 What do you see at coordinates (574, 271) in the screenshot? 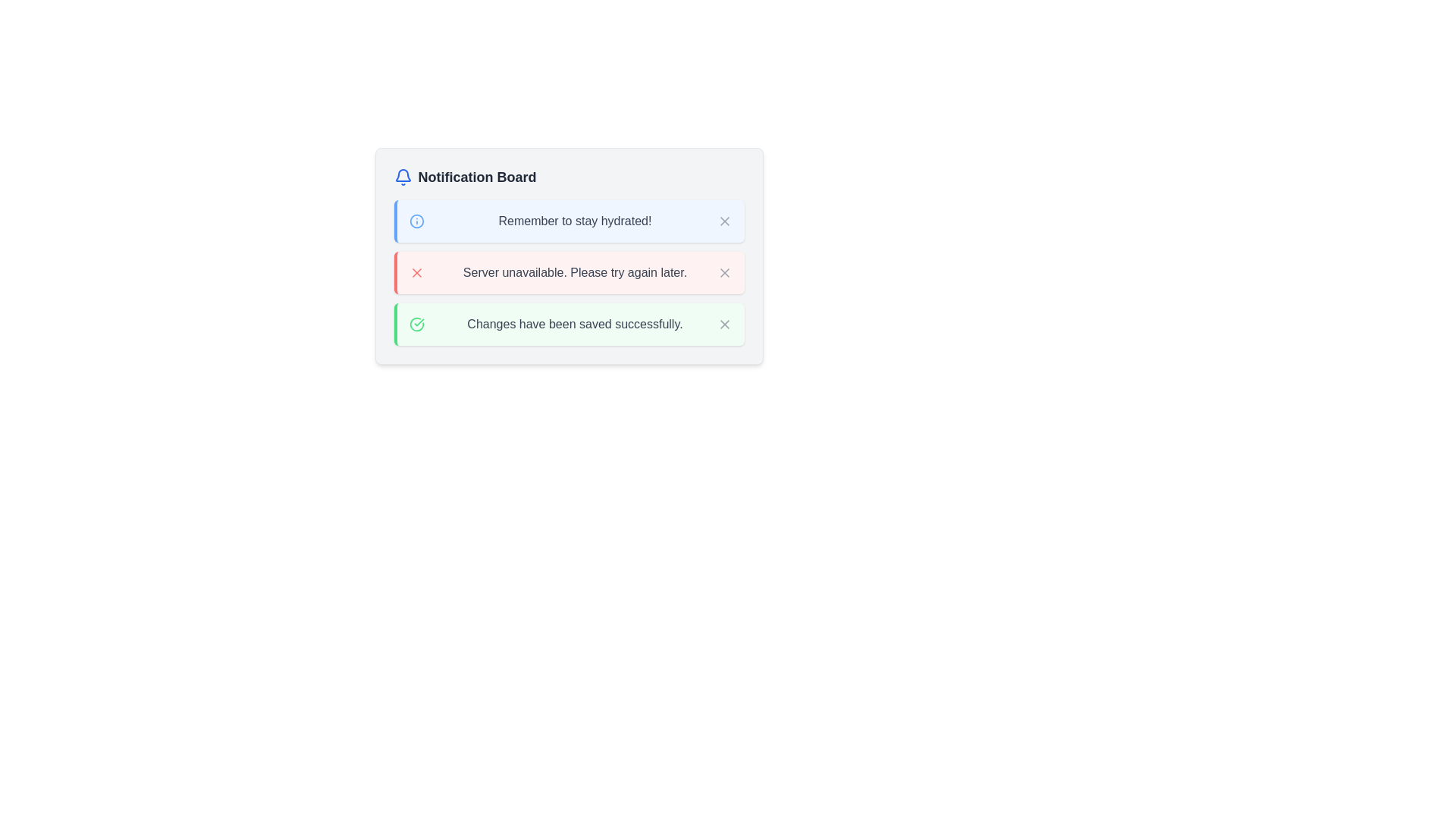
I see `the text notification displaying 'Server unavailable. Please try again later.' which is styled with a muted gray font on a light red background, located in the middle of the notification card` at bounding box center [574, 271].